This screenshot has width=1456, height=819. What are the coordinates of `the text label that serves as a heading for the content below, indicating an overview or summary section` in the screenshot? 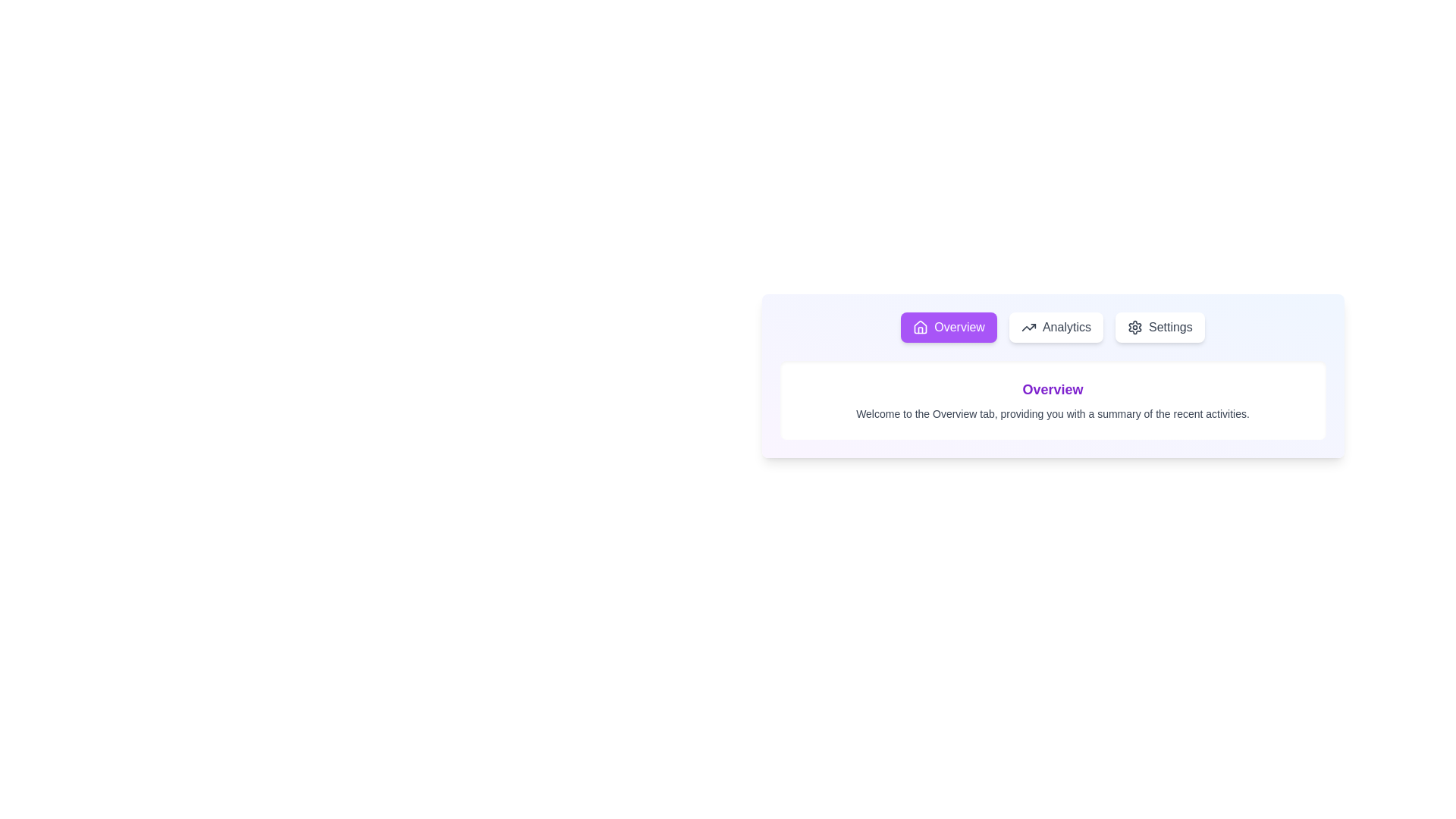 It's located at (1052, 388).